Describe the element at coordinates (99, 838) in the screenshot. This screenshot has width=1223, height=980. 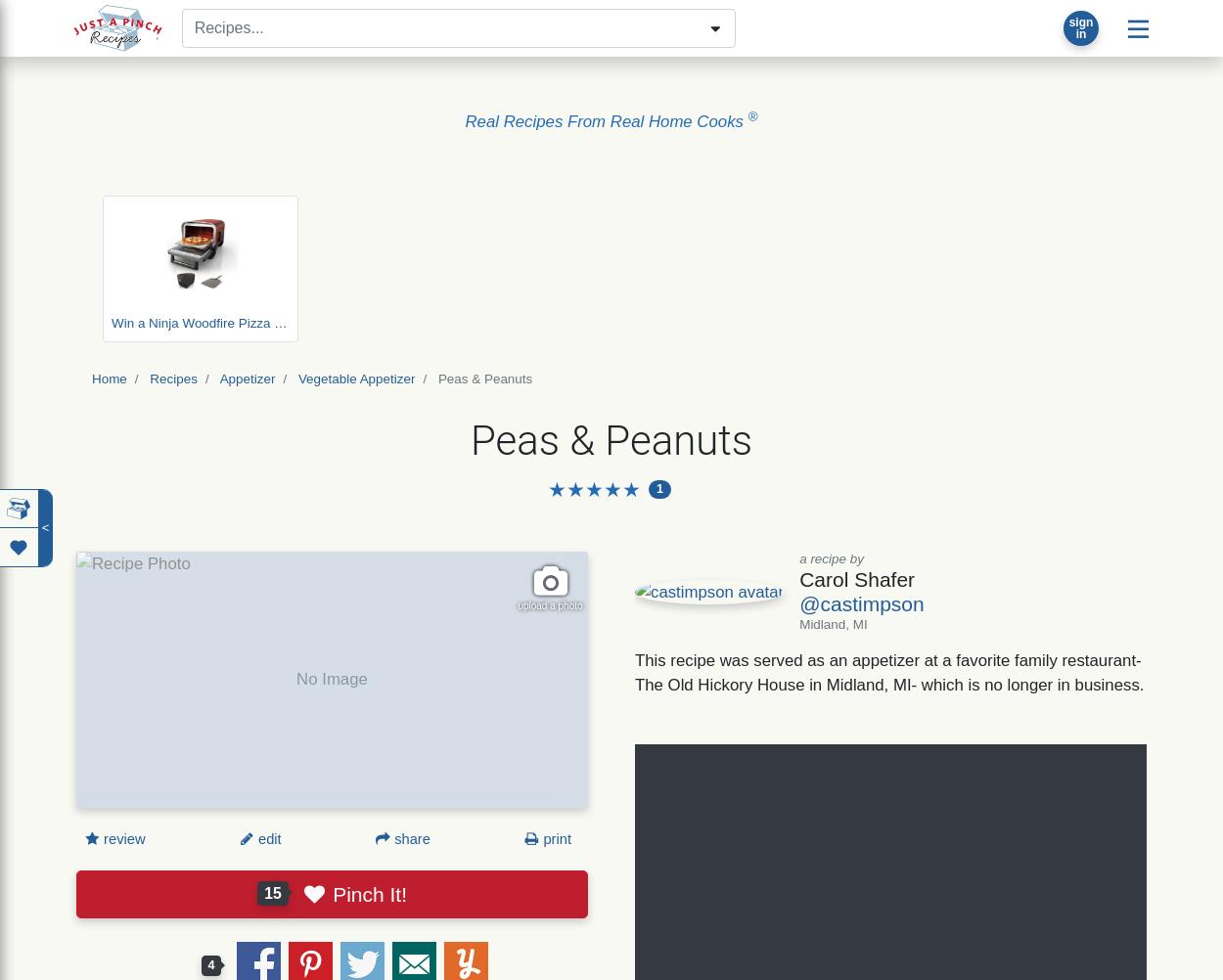
I see `'review'` at that location.